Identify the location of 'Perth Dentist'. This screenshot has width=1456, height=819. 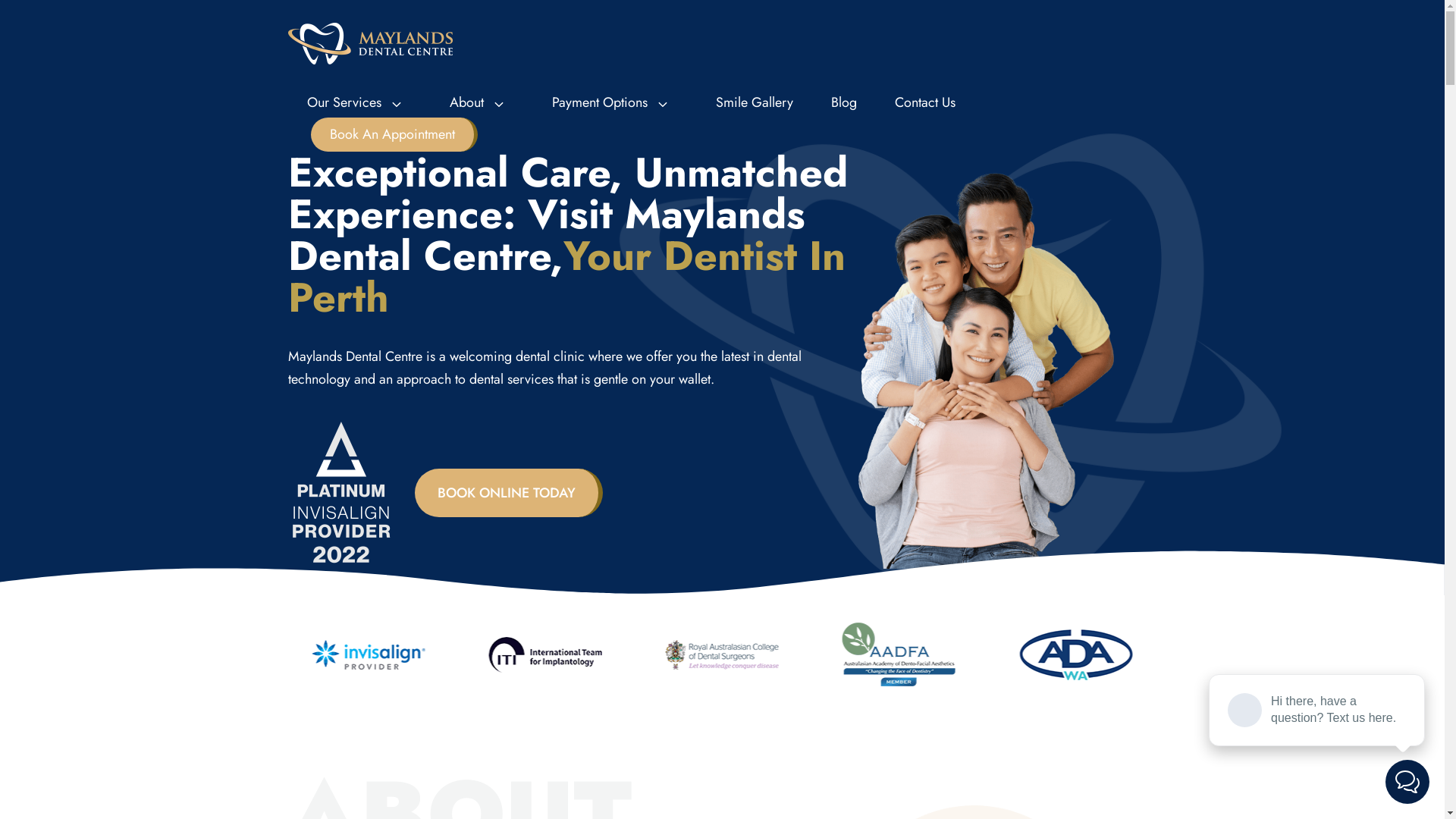
(370, 42).